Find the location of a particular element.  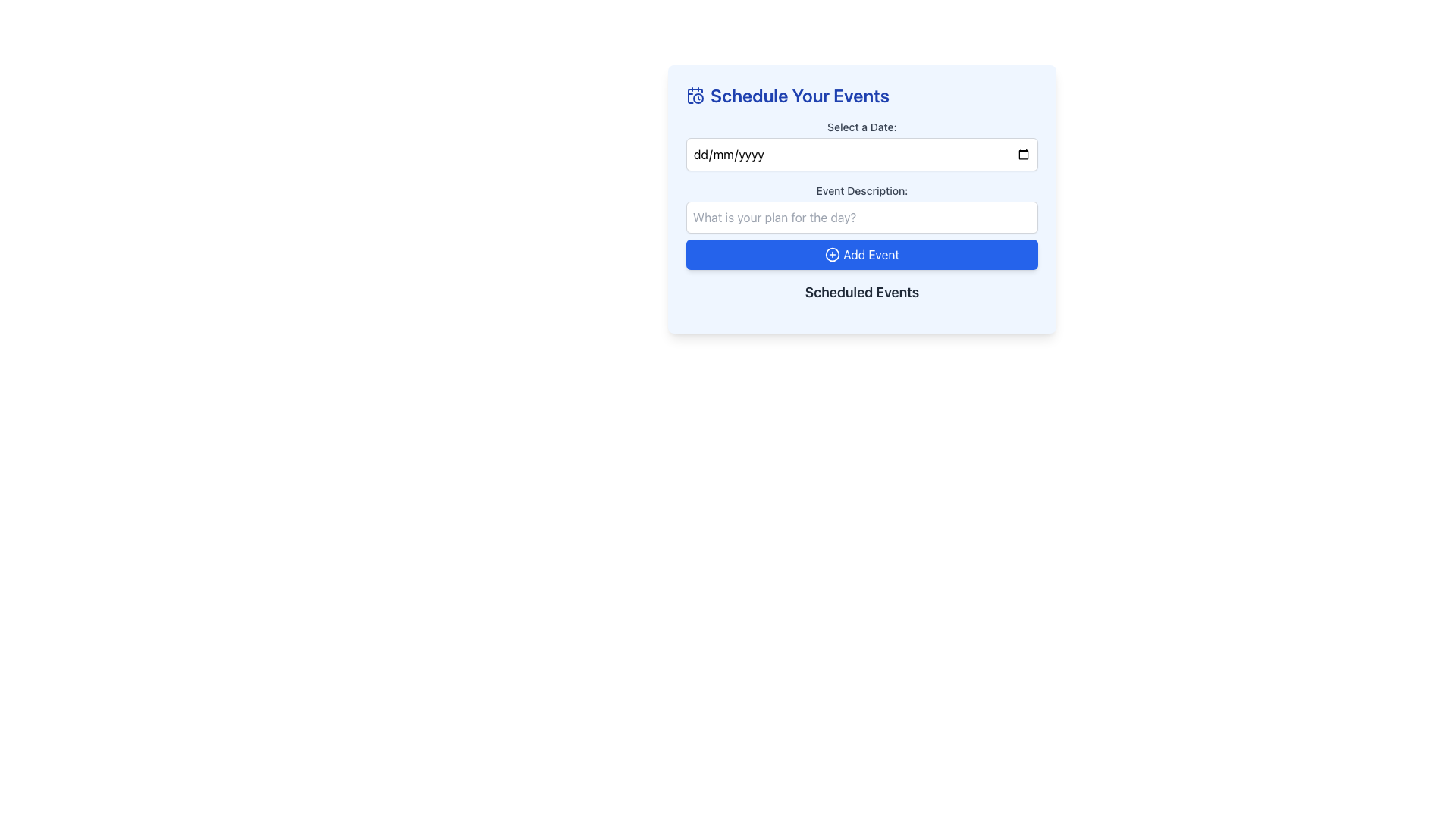

Circle SVG component that symbolizes the addition operation within the 'Add Event' button, located to the left of the 'Event Description' input field is located at coordinates (832, 253).